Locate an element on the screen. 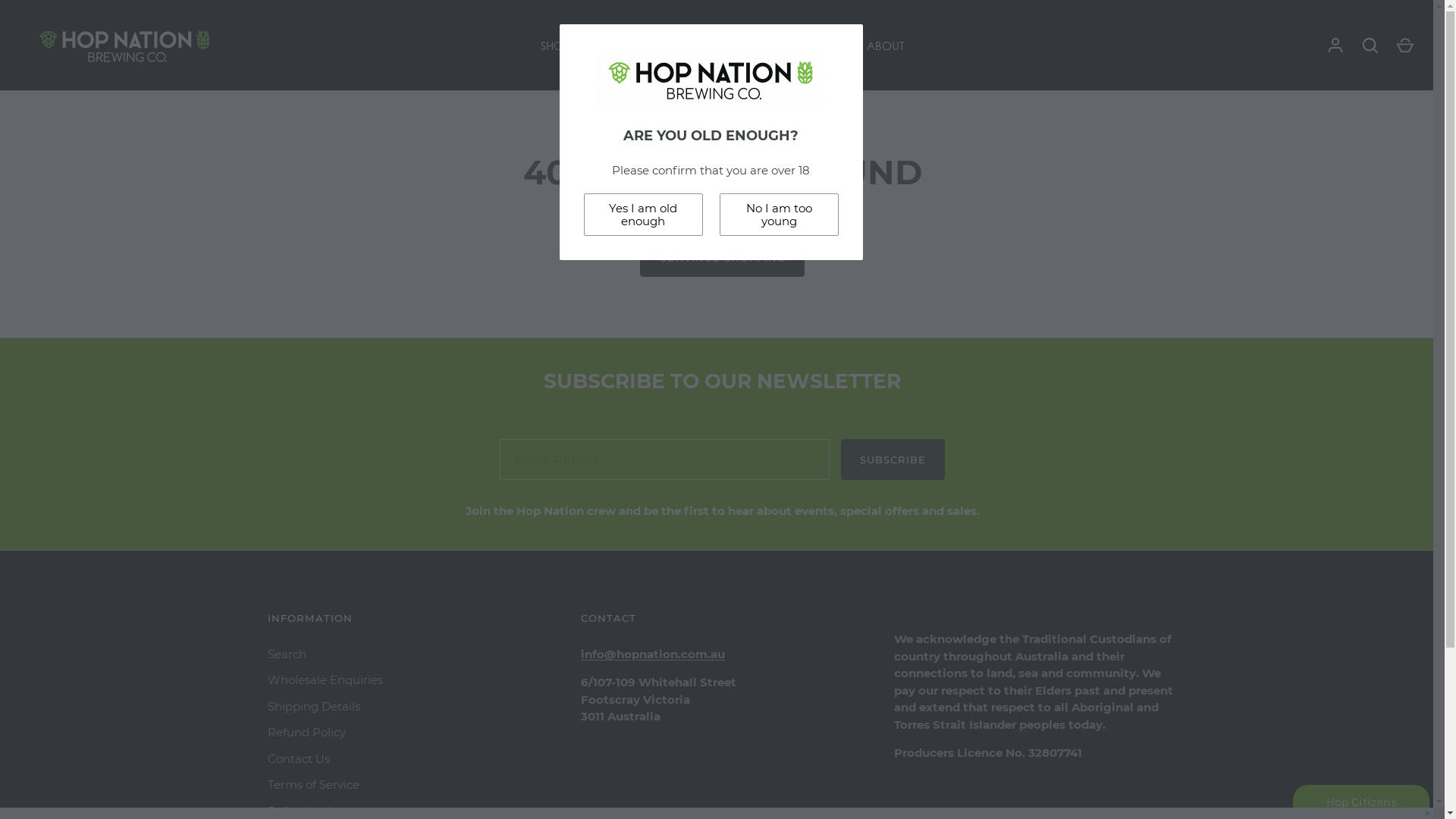 The width and height of the screenshot is (1456, 819). 'Terms of Service' is located at coordinates (266, 784).